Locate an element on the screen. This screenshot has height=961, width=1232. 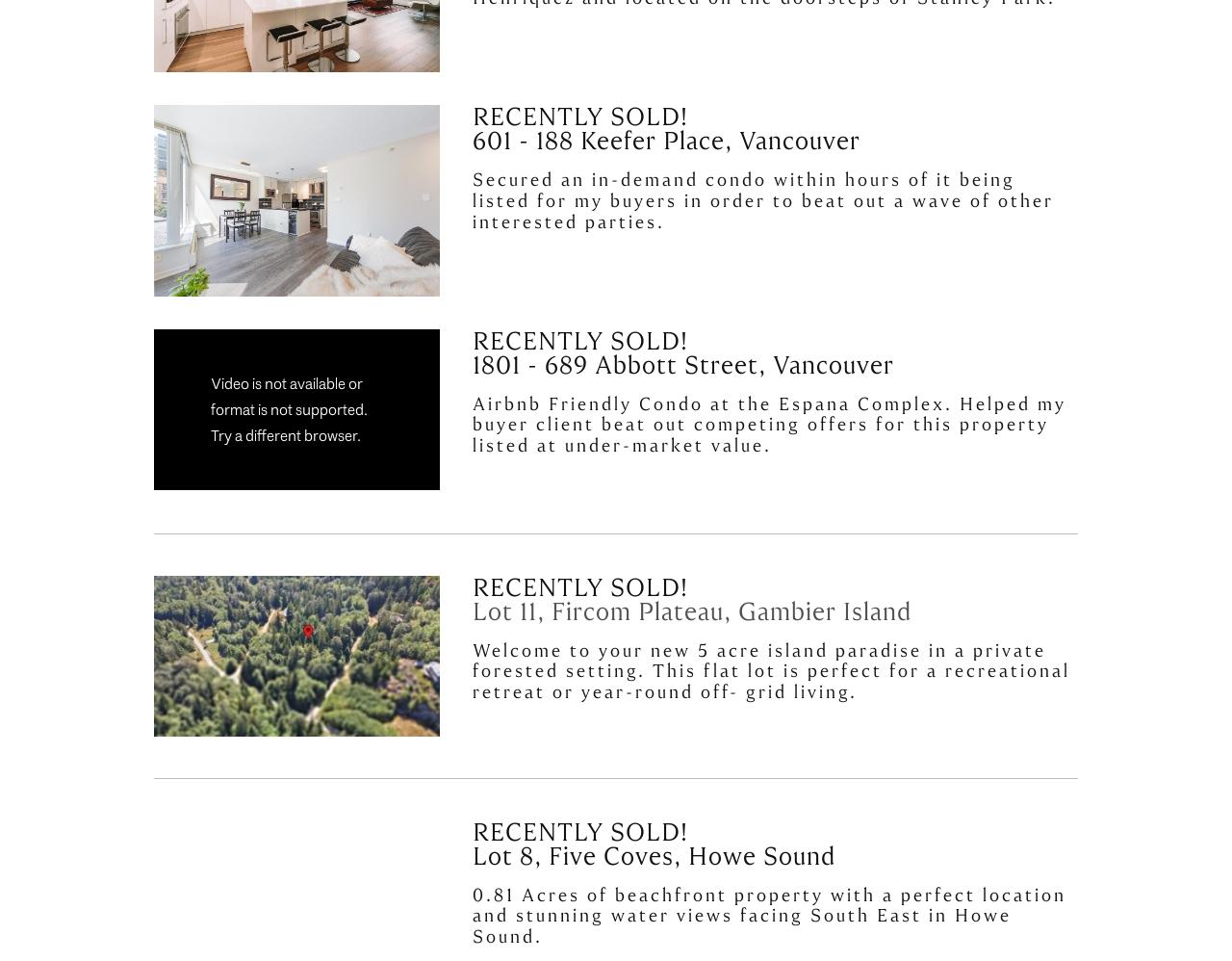
'Lot 11, Fircom Plateau, Gambier Island' is located at coordinates (691, 610).